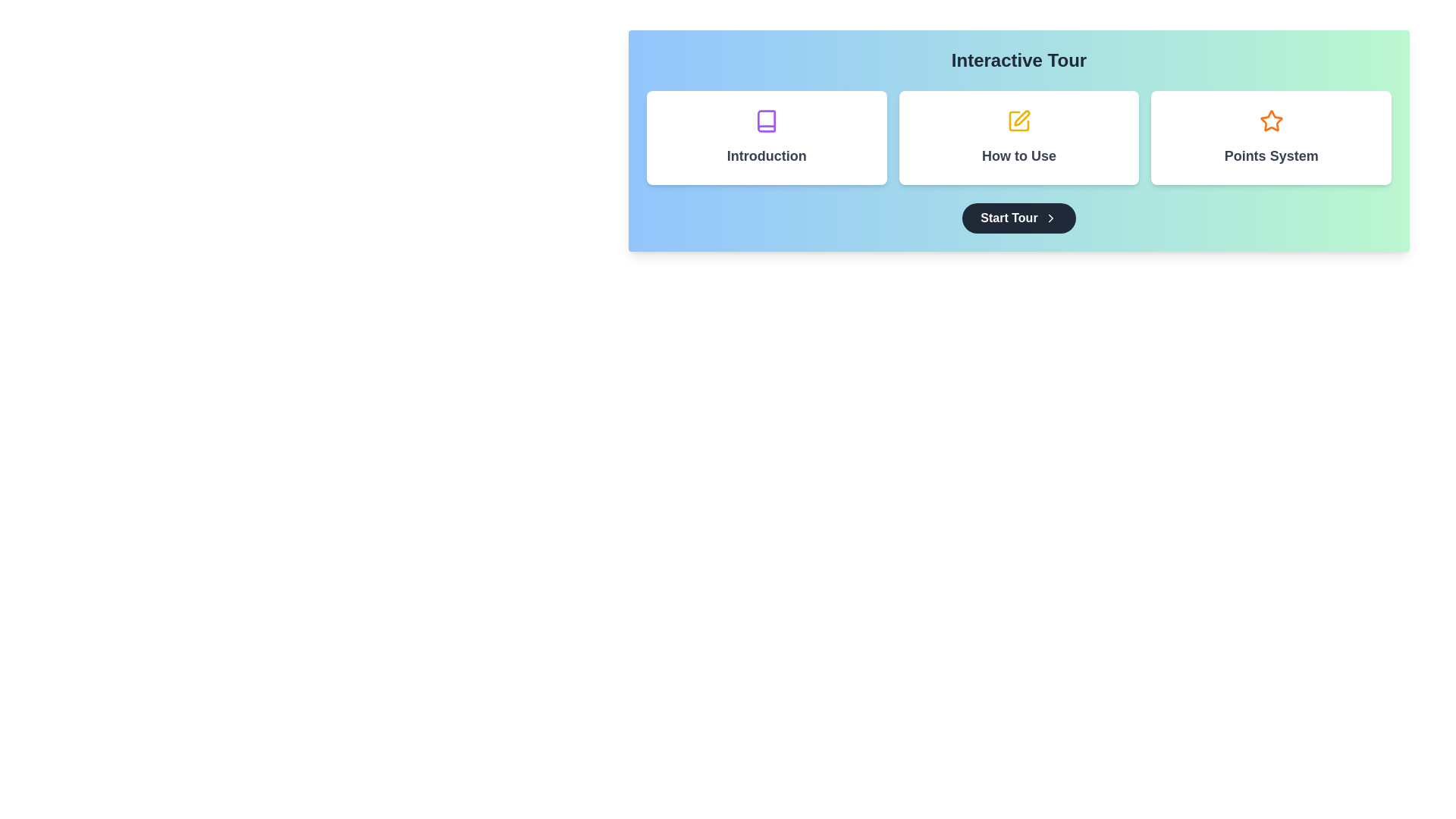 The image size is (1456, 819). I want to click on the button labeled 'Introduction' which is the first card in a row of three cards under the heading 'Interactive Tour', so click(767, 137).